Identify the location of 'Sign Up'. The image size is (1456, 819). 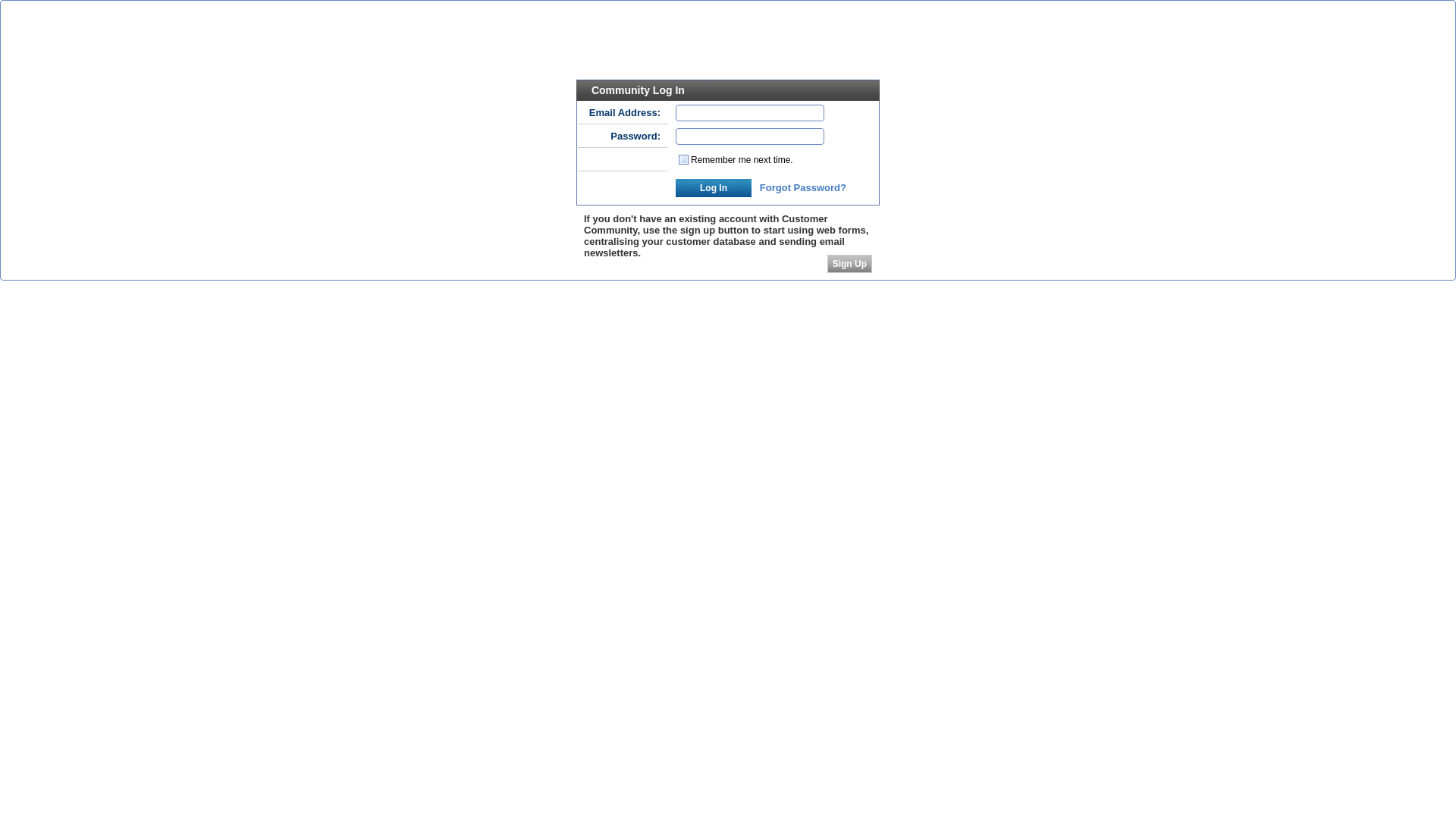
(826, 262).